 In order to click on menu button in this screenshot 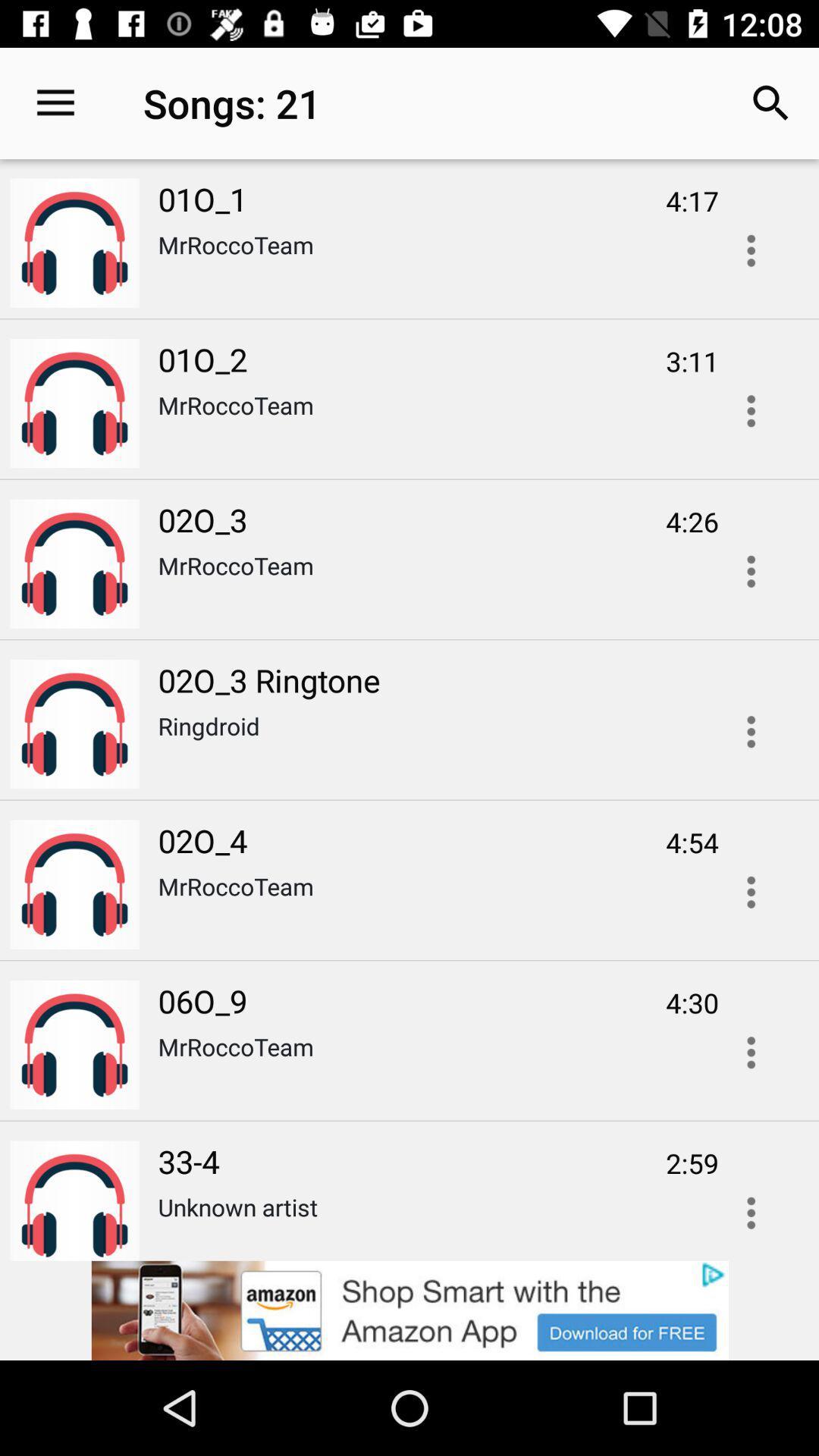, I will do `click(751, 732)`.